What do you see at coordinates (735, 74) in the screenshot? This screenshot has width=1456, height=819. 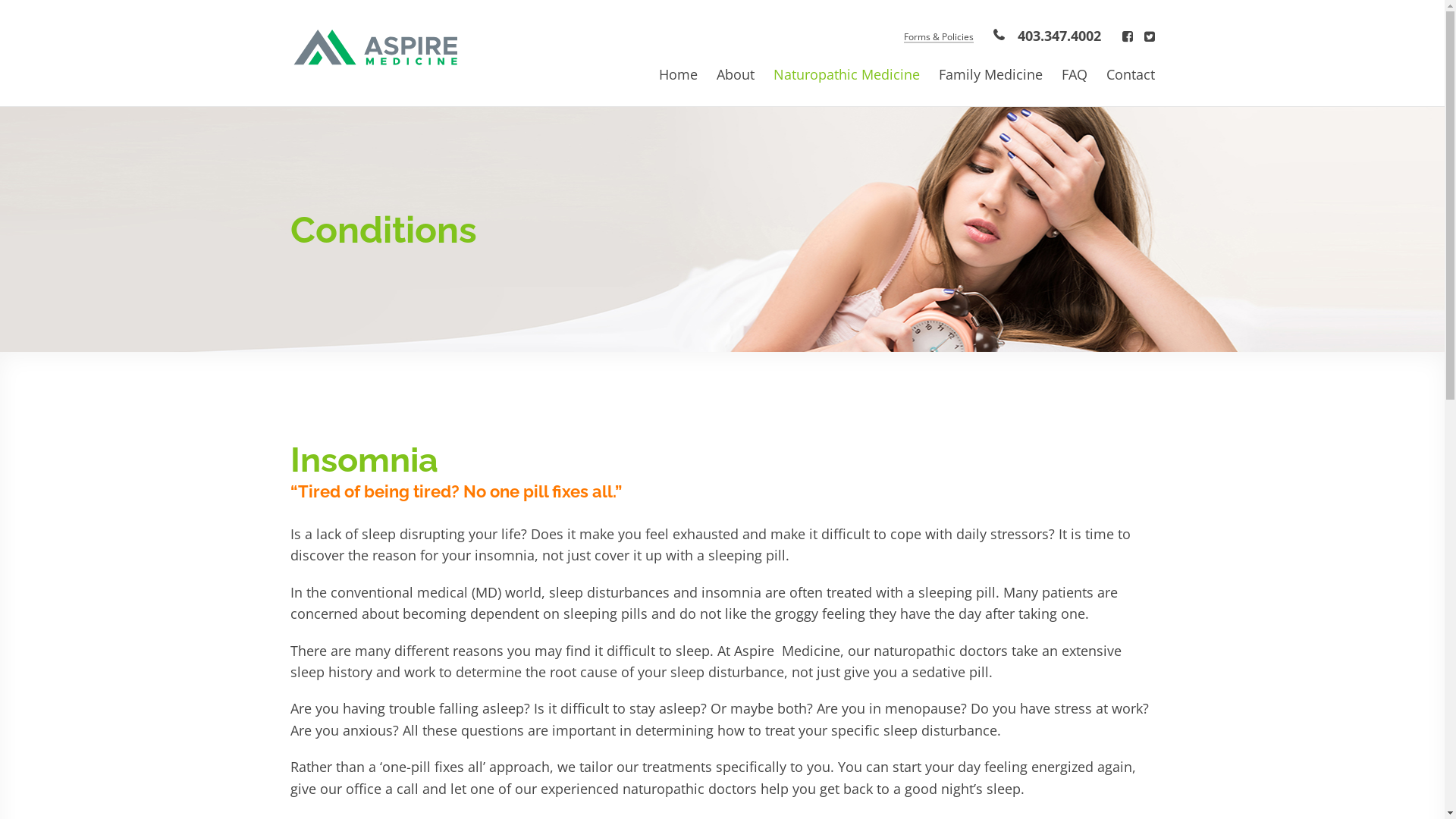 I see `'About'` at bounding box center [735, 74].